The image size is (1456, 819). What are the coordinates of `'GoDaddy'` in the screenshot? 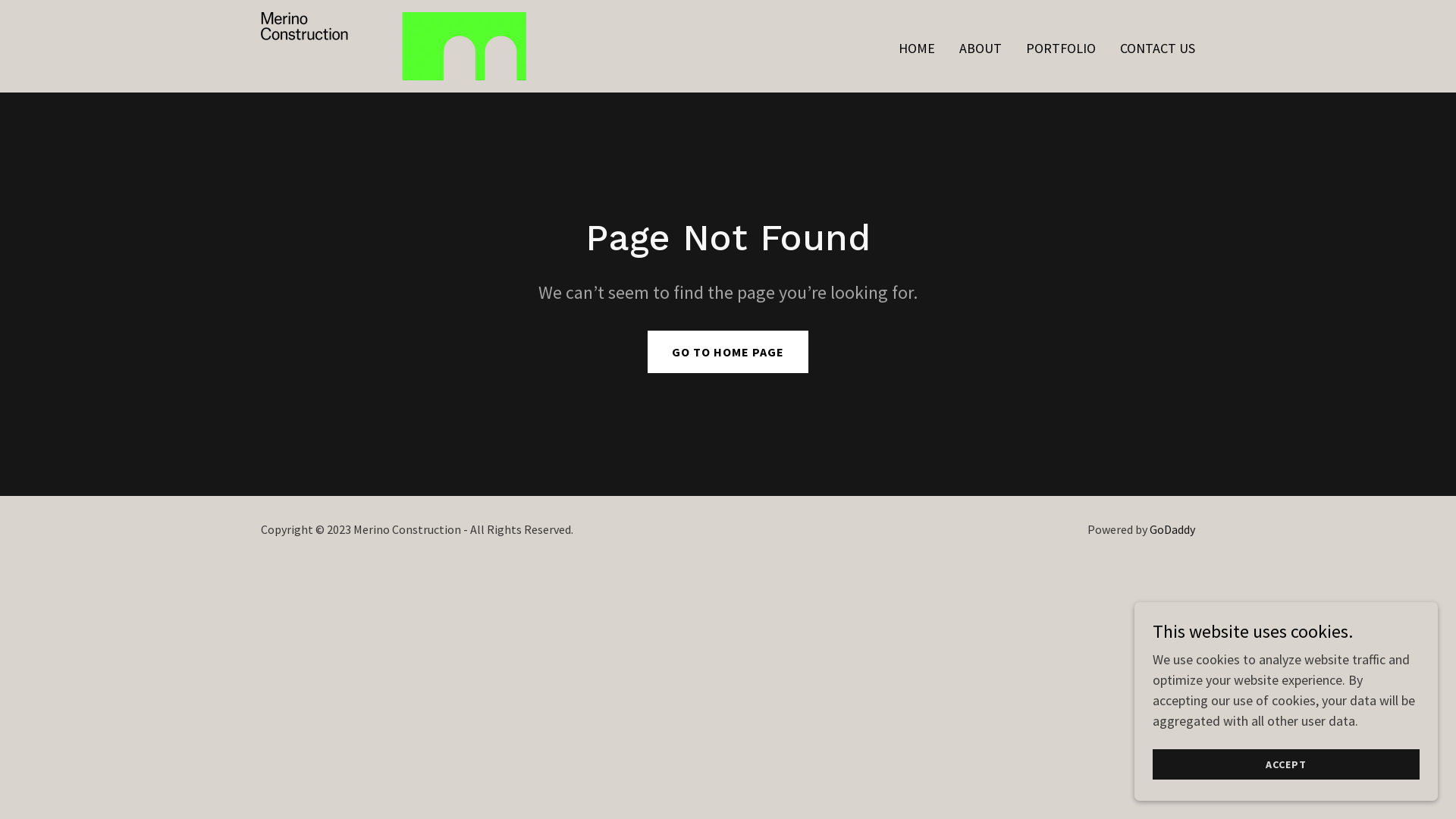 It's located at (1150, 529).